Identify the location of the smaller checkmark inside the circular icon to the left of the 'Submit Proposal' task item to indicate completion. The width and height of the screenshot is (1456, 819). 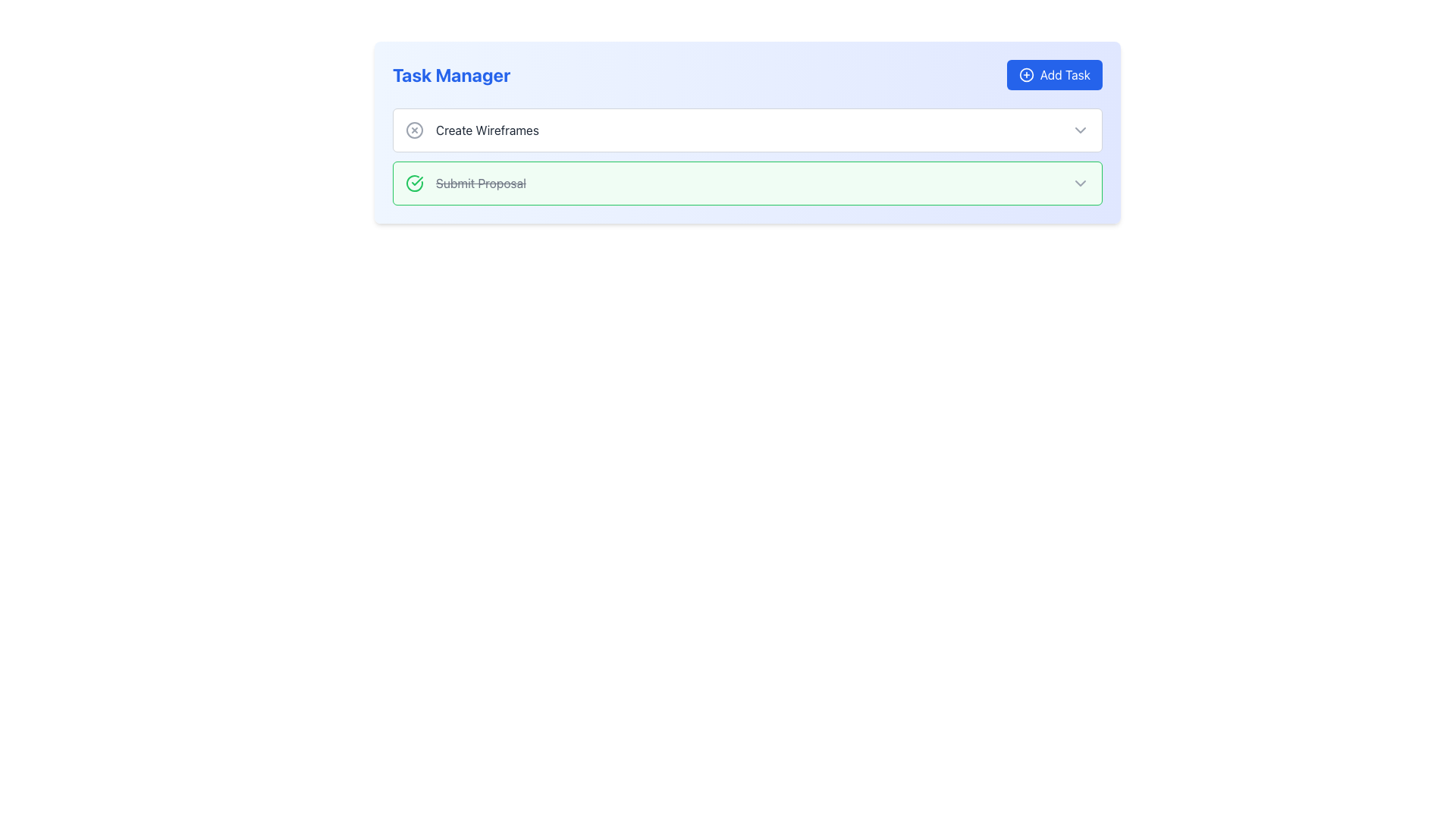
(417, 180).